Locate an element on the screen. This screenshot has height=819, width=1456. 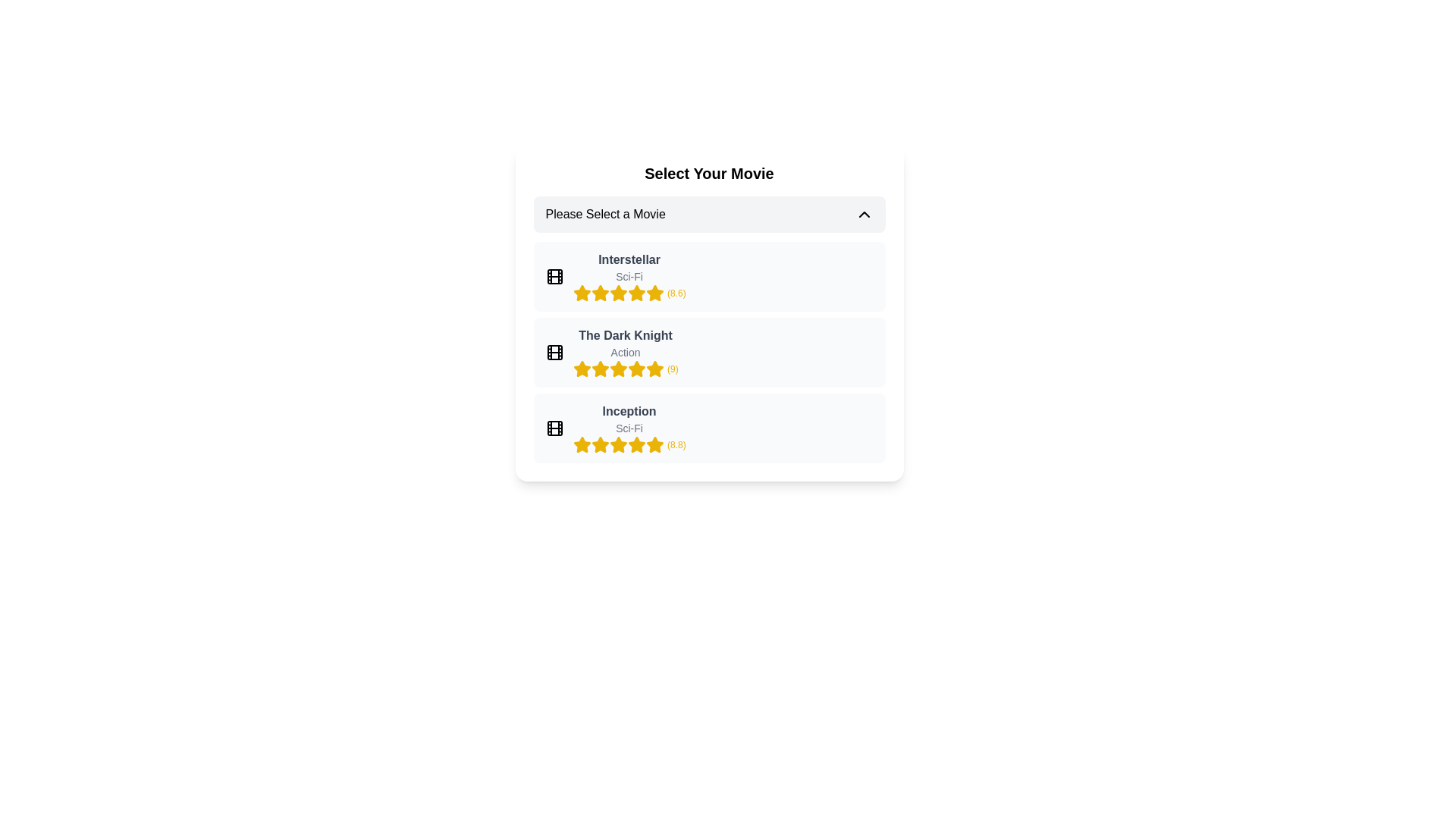
the first yellow star-shaped icon in the rating component for the movie 'Inception' located in the third content block is located at coordinates (581, 444).